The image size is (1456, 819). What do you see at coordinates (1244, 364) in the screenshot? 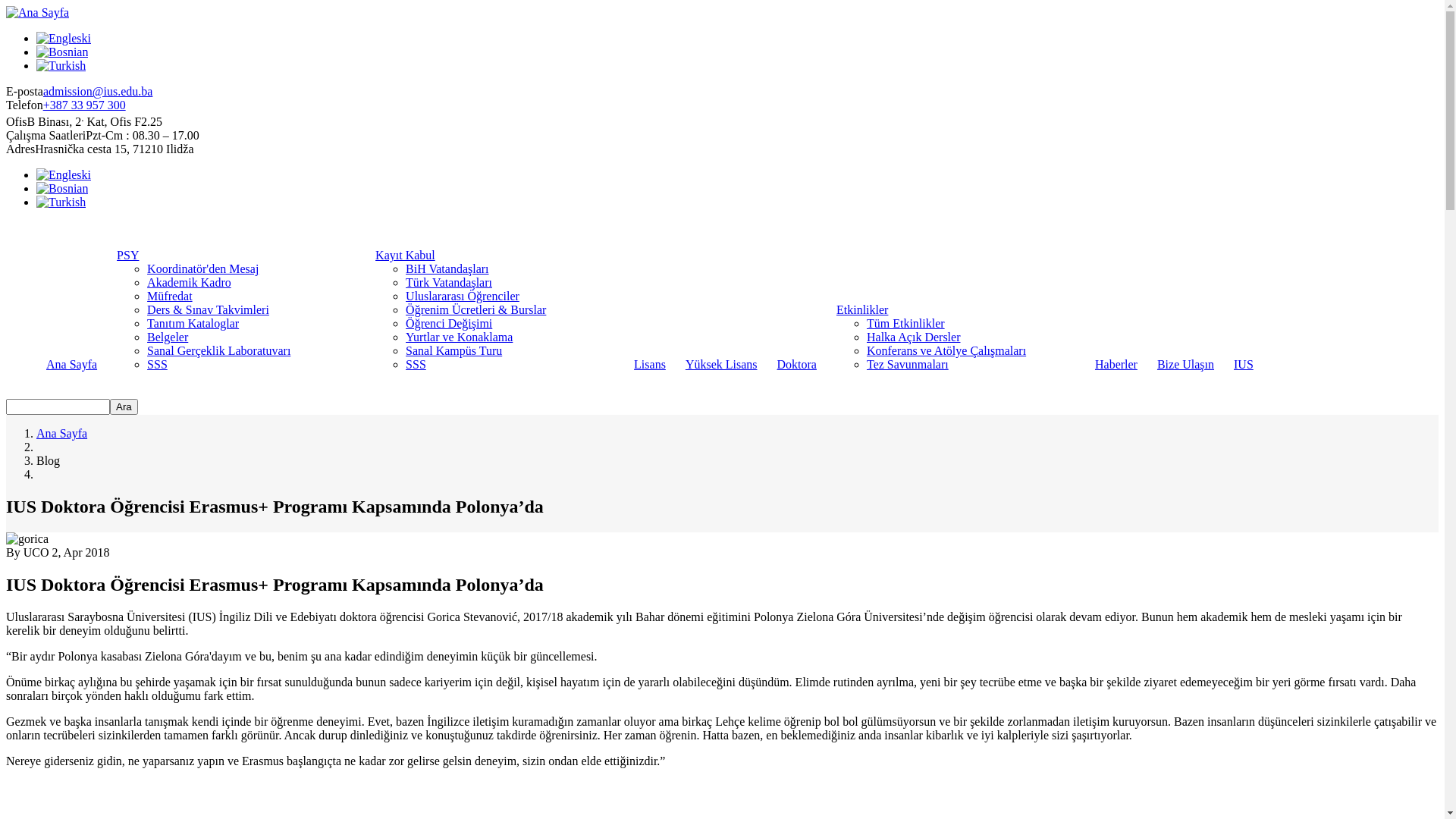
I see `'IUS'` at bounding box center [1244, 364].